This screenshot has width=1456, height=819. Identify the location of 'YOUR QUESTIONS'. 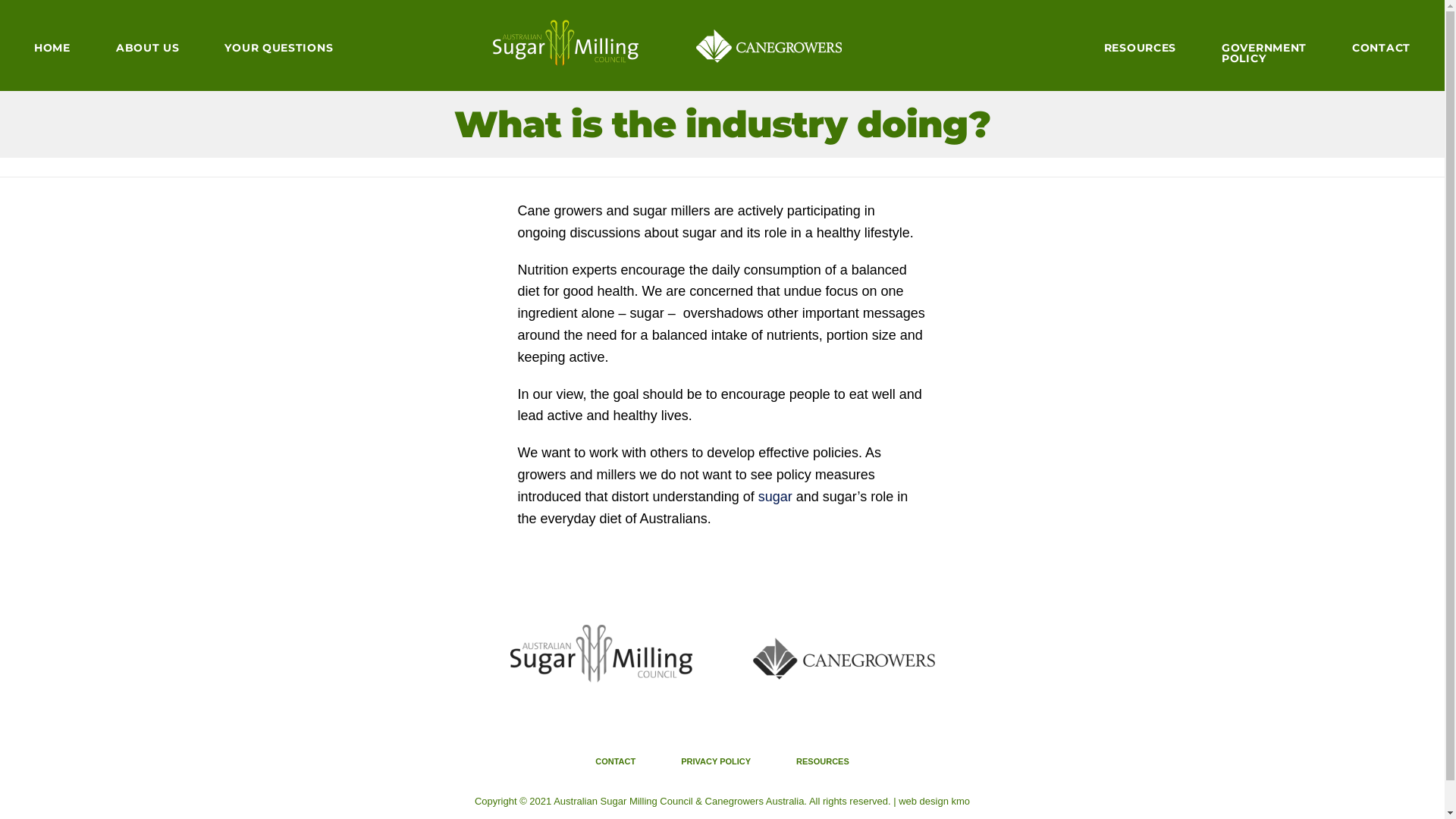
(278, 45).